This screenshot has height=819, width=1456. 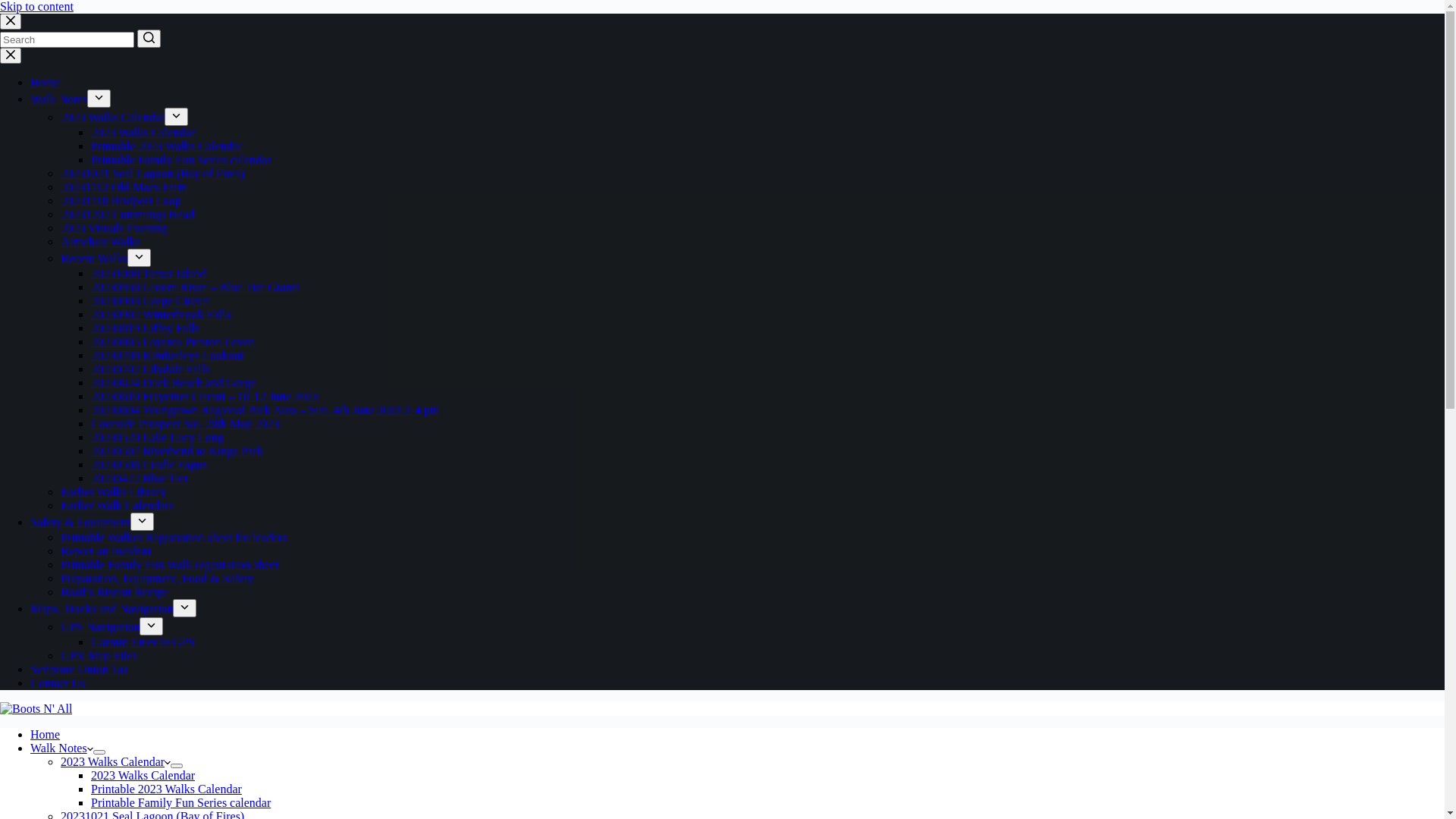 What do you see at coordinates (180, 159) in the screenshot?
I see `'Printable Family Fun Series calendar'` at bounding box center [180, 159].